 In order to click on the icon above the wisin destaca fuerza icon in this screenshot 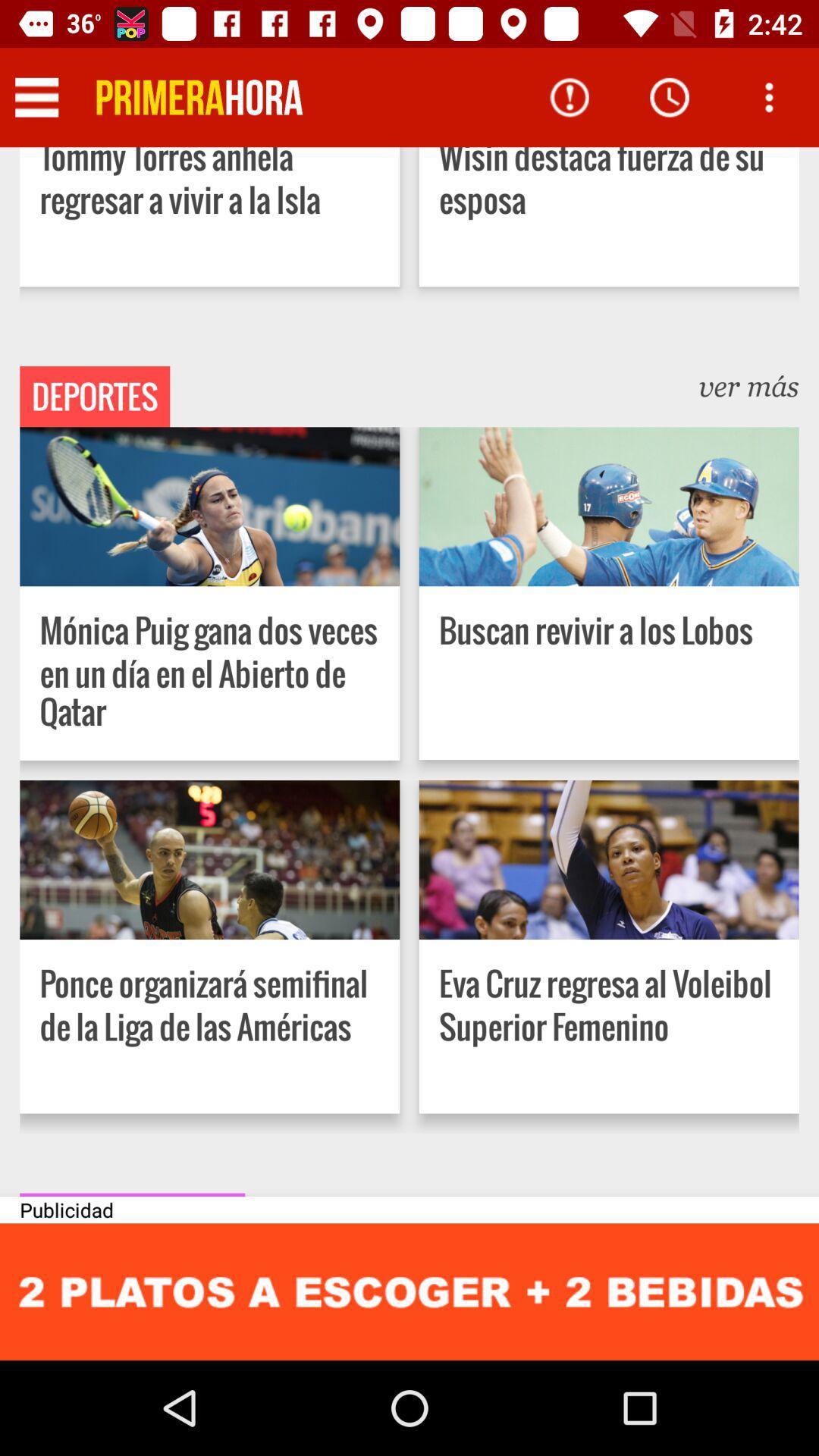, I will do `click(769, 96)`.